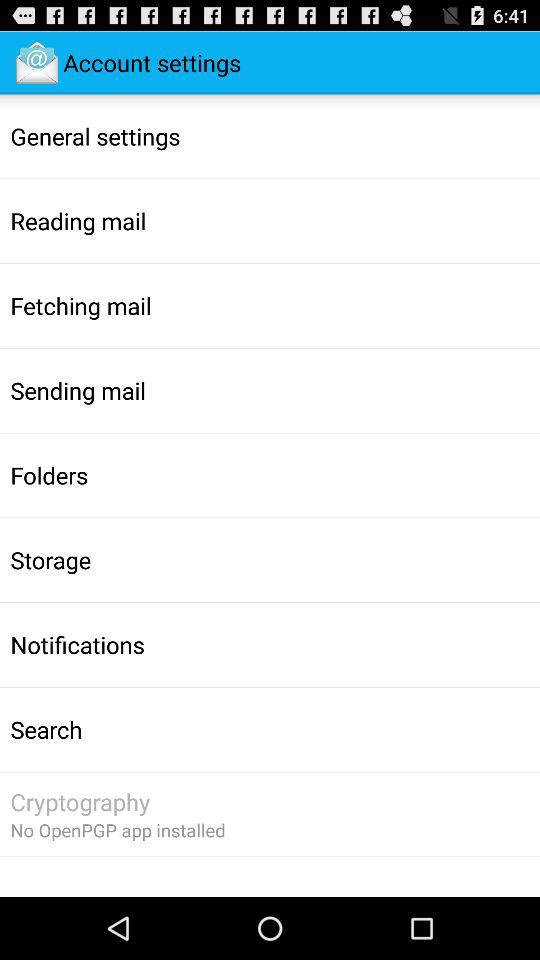  I want to click on the fetching mail item, so click(80, 305).